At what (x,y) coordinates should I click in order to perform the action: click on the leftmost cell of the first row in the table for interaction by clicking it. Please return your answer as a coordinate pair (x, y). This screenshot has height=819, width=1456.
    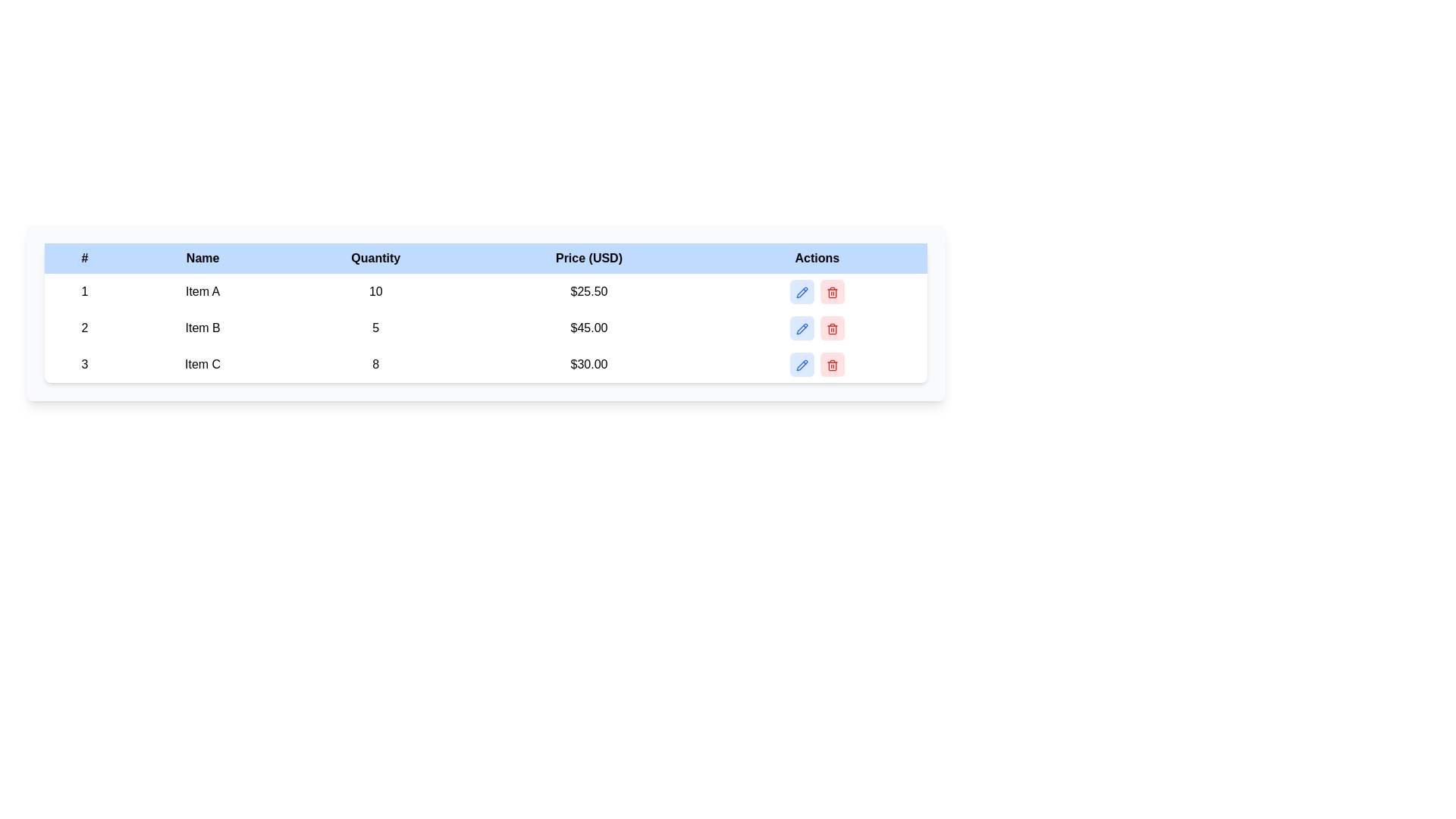
    Looking at the image, I should click on (83, 292).